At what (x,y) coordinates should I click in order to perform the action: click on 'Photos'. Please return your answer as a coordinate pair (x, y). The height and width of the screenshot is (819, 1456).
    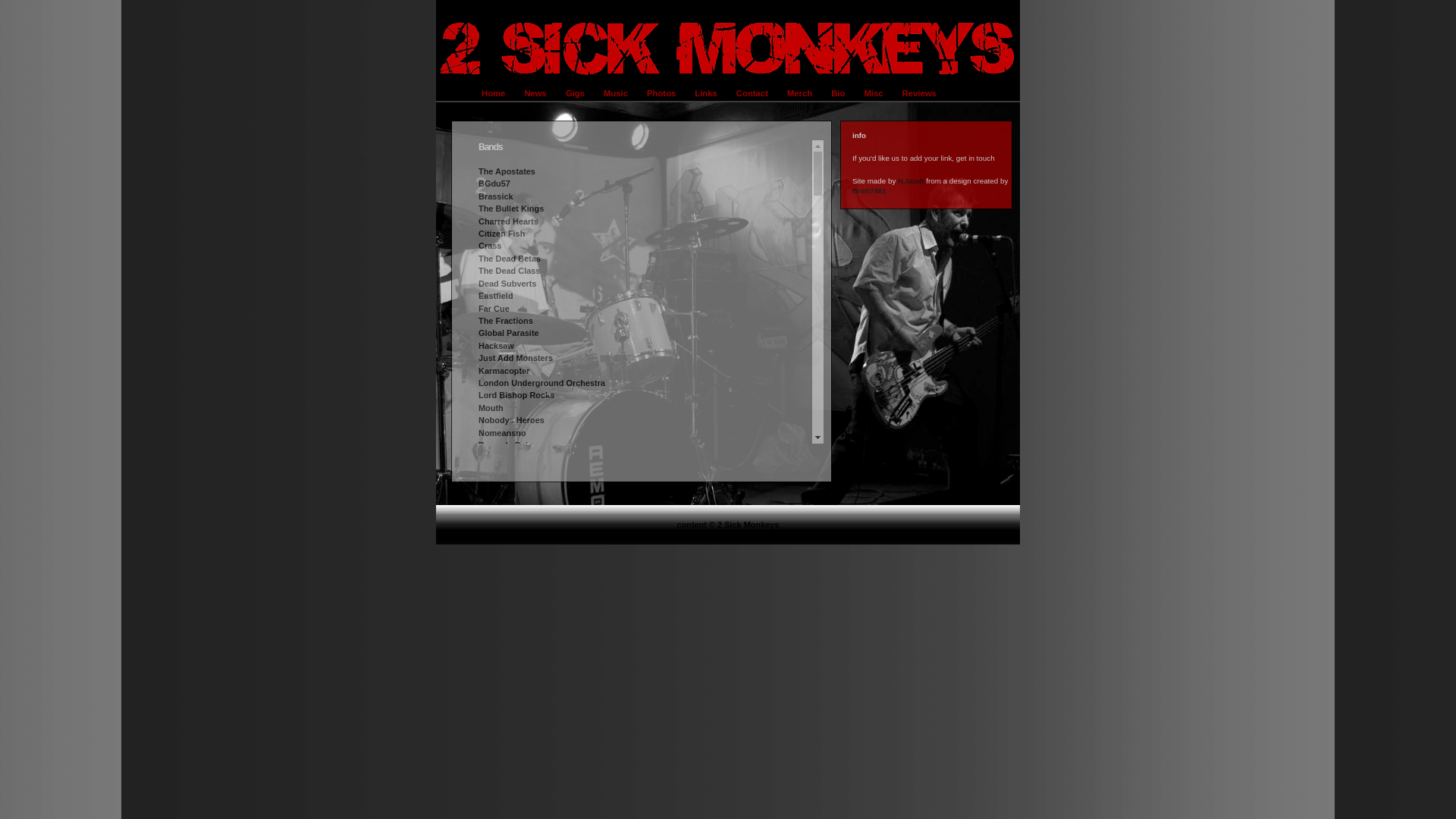
    Looking at the image, I should click on (663, 93).